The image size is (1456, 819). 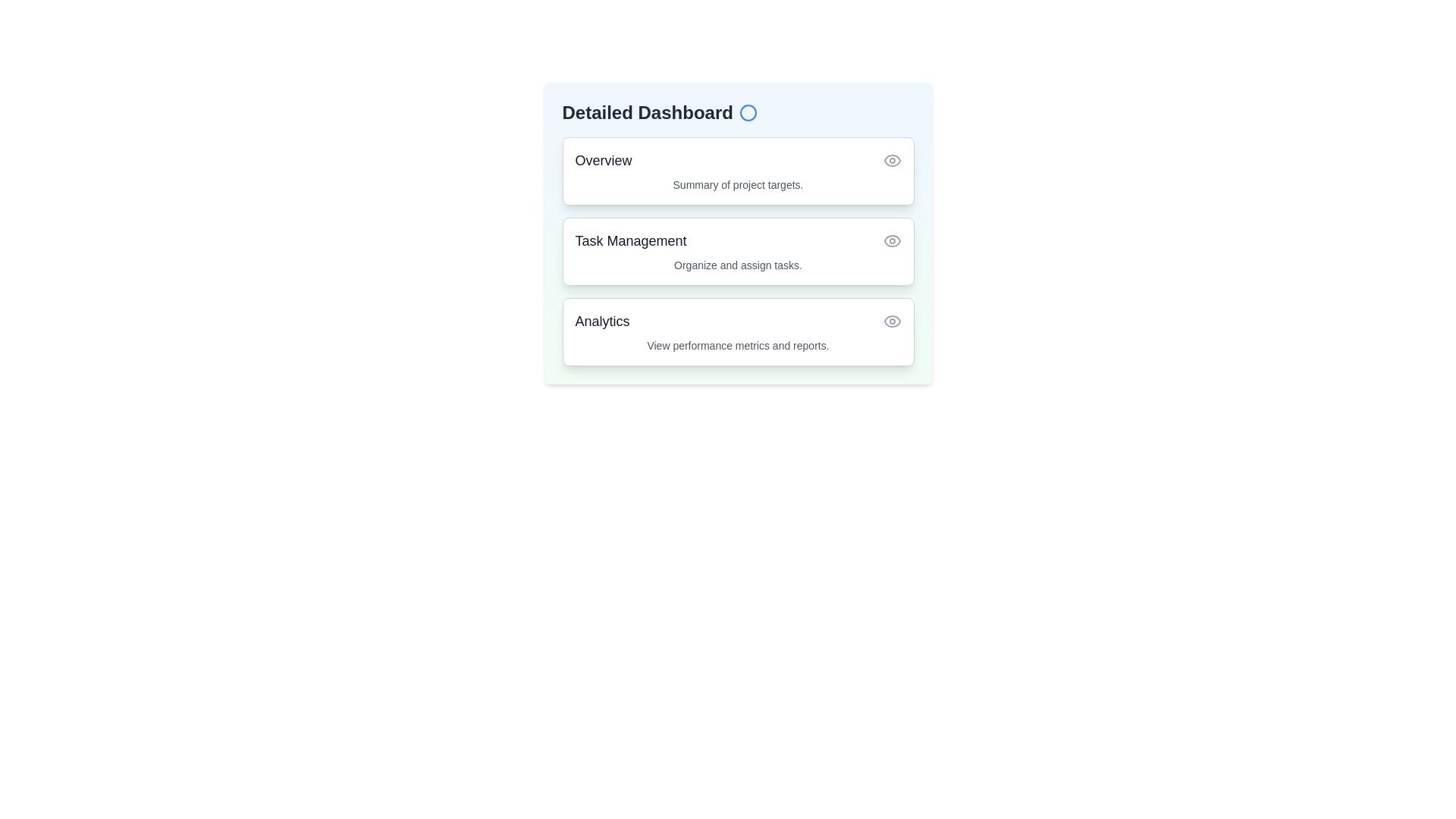 I want to click on the eye icon corresponding to Task Management to toggle its details, so click(x=892, y=240).